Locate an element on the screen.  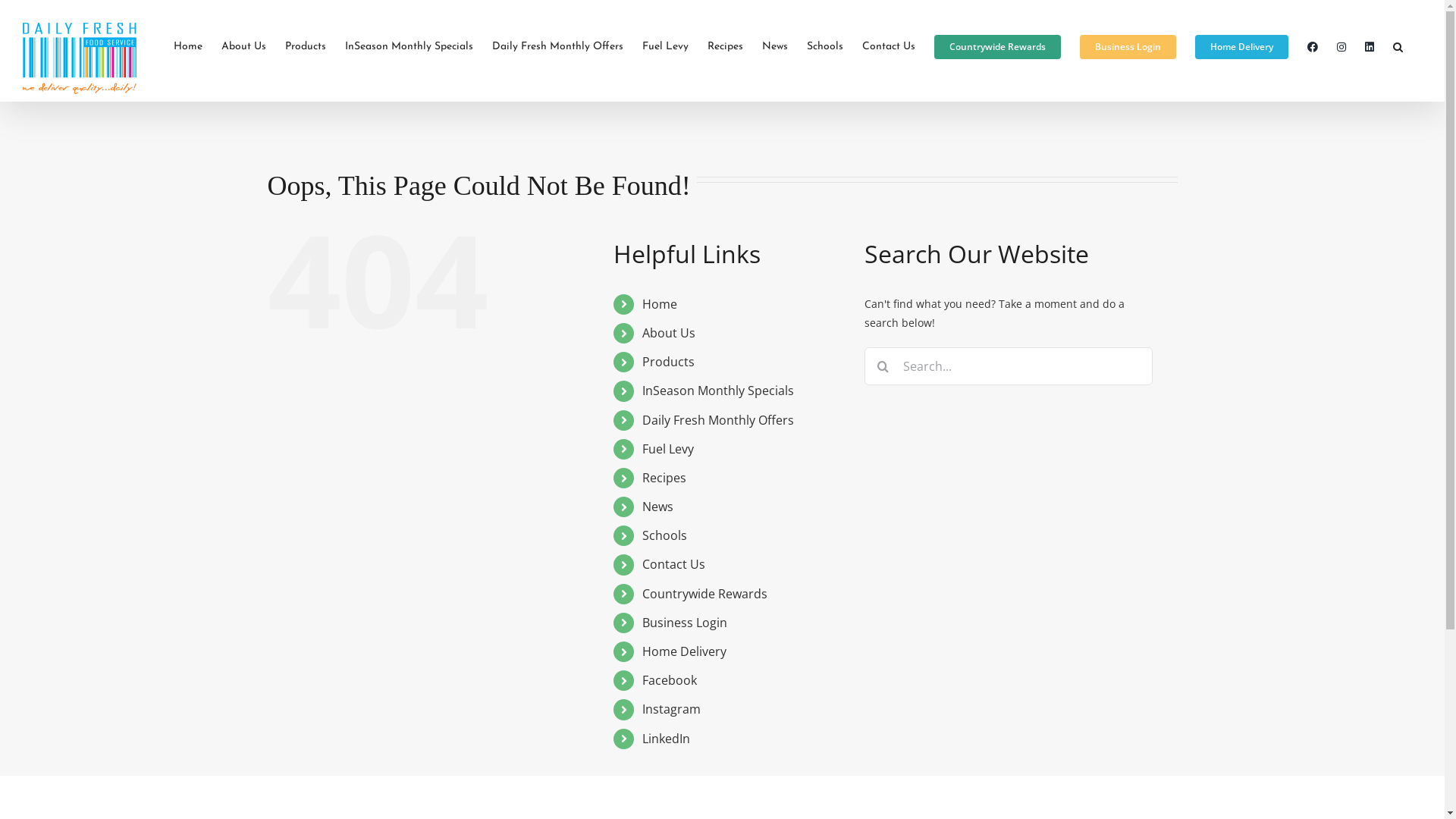
'Recipes' is located at coordinates (642, 476).